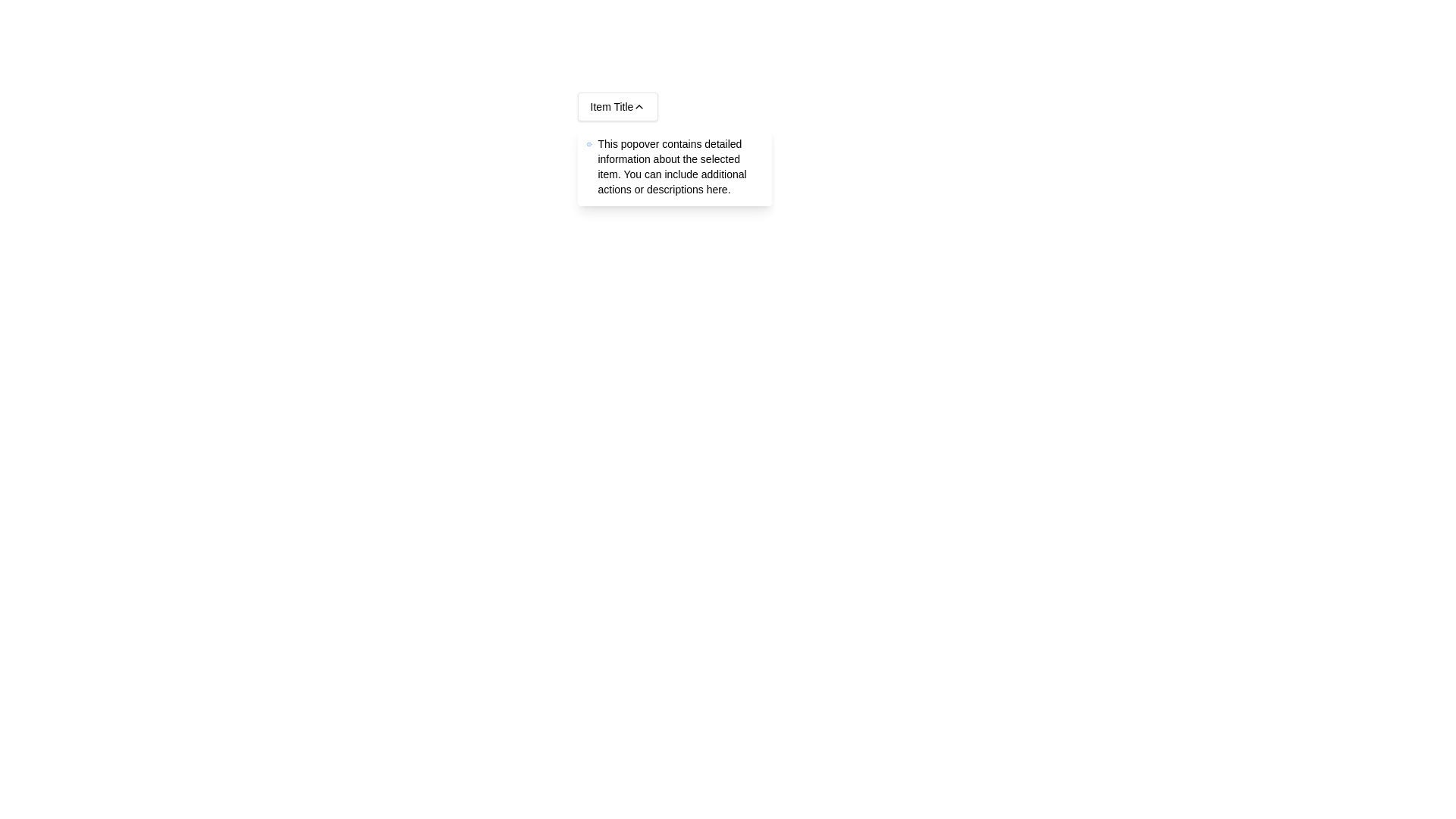  Describe the element at coordinates (679, 166) in the screenshot. I see `text block that contains detailed information about the selected item, which is styled with a smaller font size and located below the title in the popover` at that location.